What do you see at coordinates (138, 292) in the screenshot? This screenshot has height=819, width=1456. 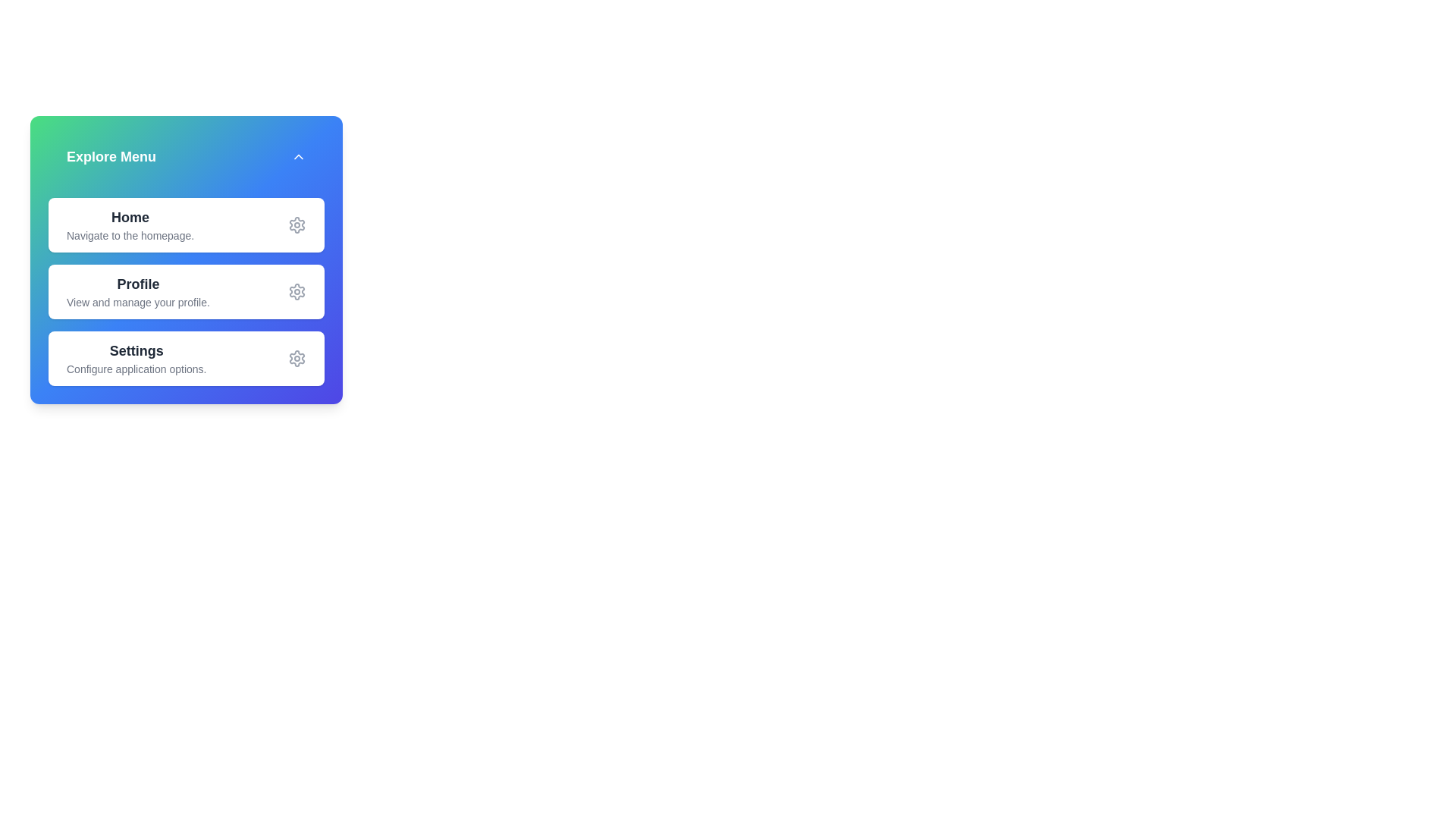 I see `the description of the menu item Profile` at bounding box center [138, 292].